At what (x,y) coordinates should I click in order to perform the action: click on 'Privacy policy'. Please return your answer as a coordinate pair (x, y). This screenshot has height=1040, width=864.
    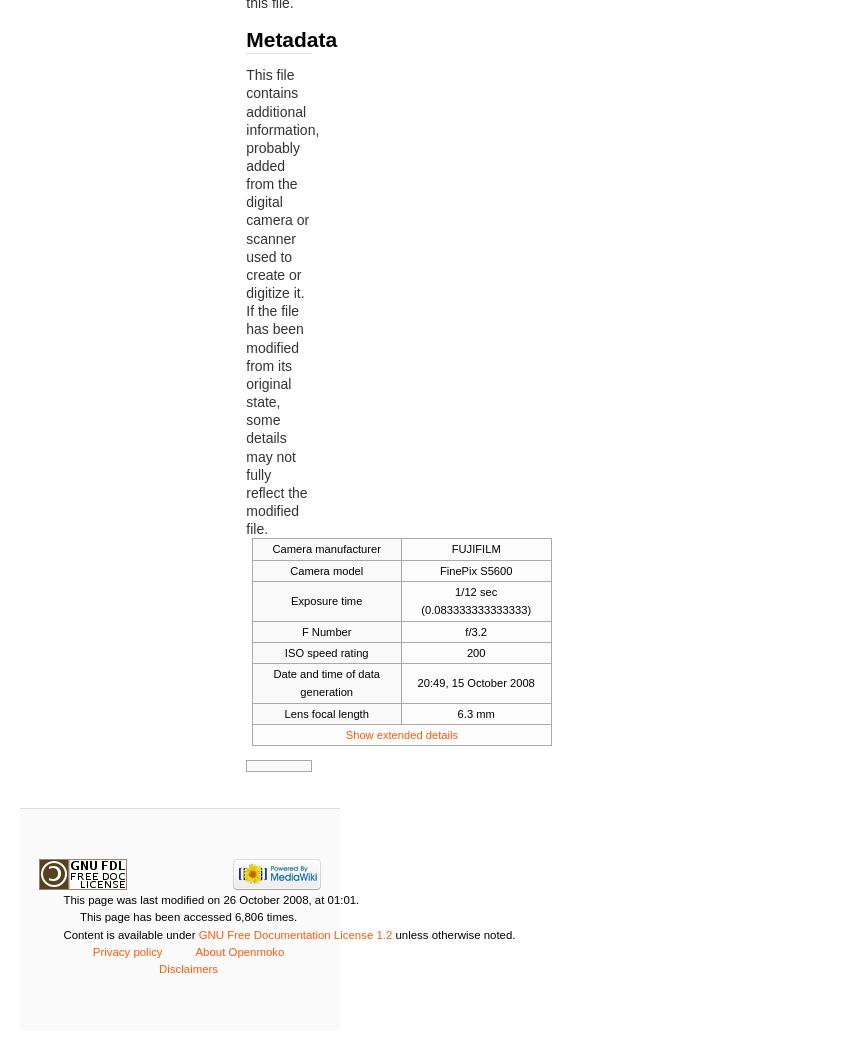
    Looking at the image, I should click on (92, 950).